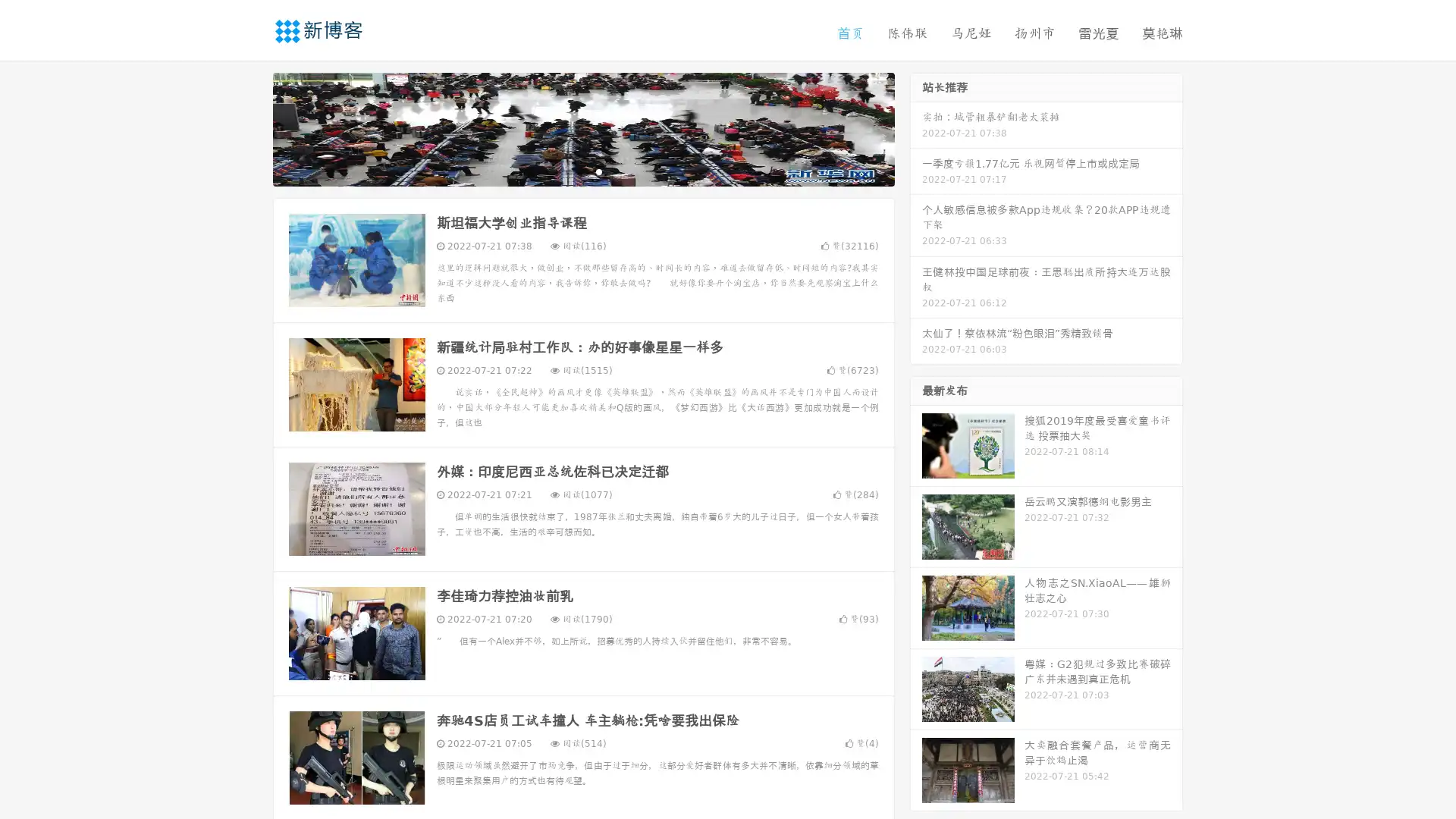 The height and width of the screenshot is (819, 1456). I want to click on Go to slide 1, so click(567, 171).